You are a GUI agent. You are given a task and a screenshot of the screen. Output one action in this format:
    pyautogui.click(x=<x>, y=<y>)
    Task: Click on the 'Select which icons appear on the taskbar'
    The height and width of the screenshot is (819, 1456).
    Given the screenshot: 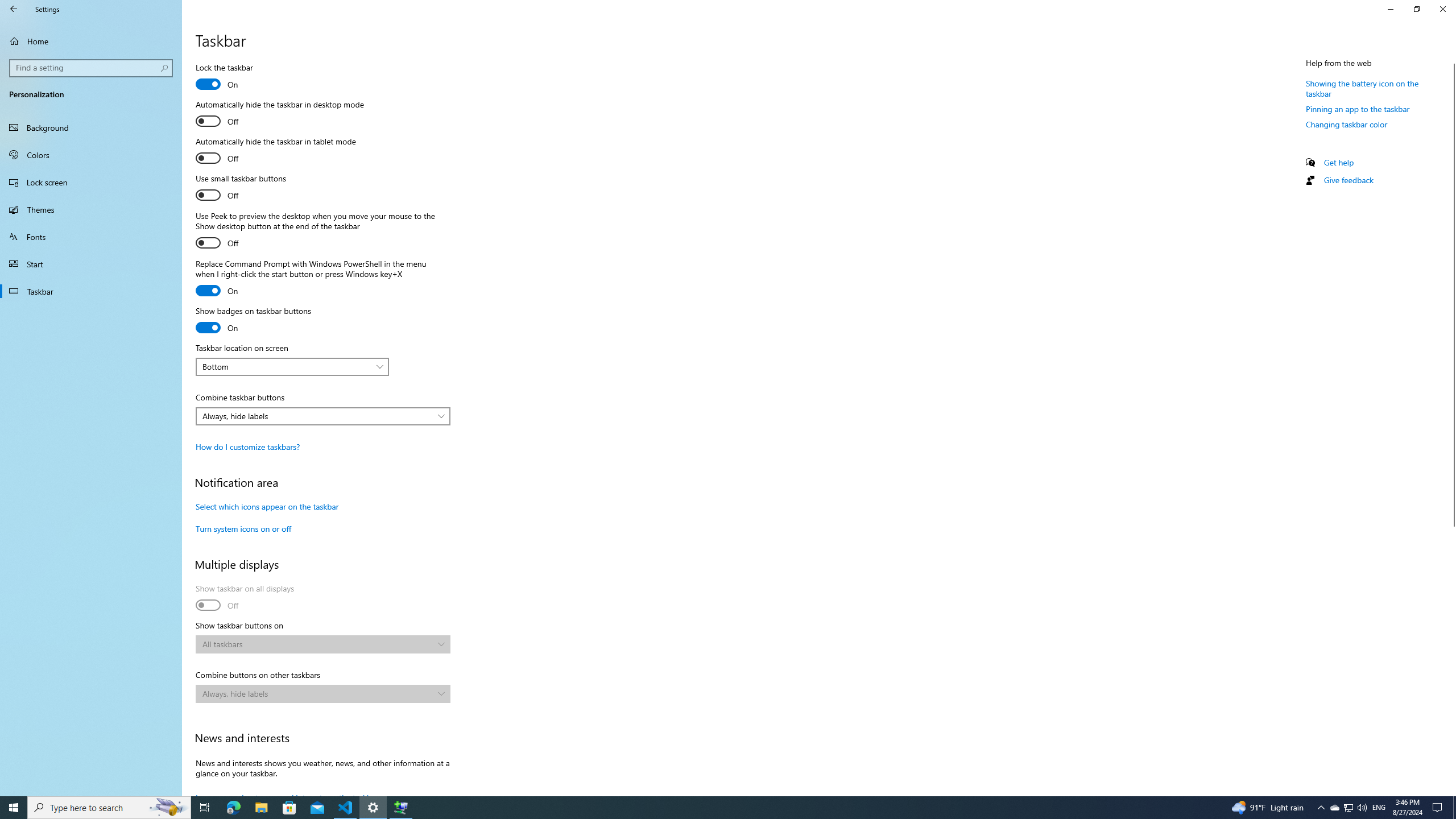 What is the action you would take?
    pyautogui.click(x=266, y=506)
    